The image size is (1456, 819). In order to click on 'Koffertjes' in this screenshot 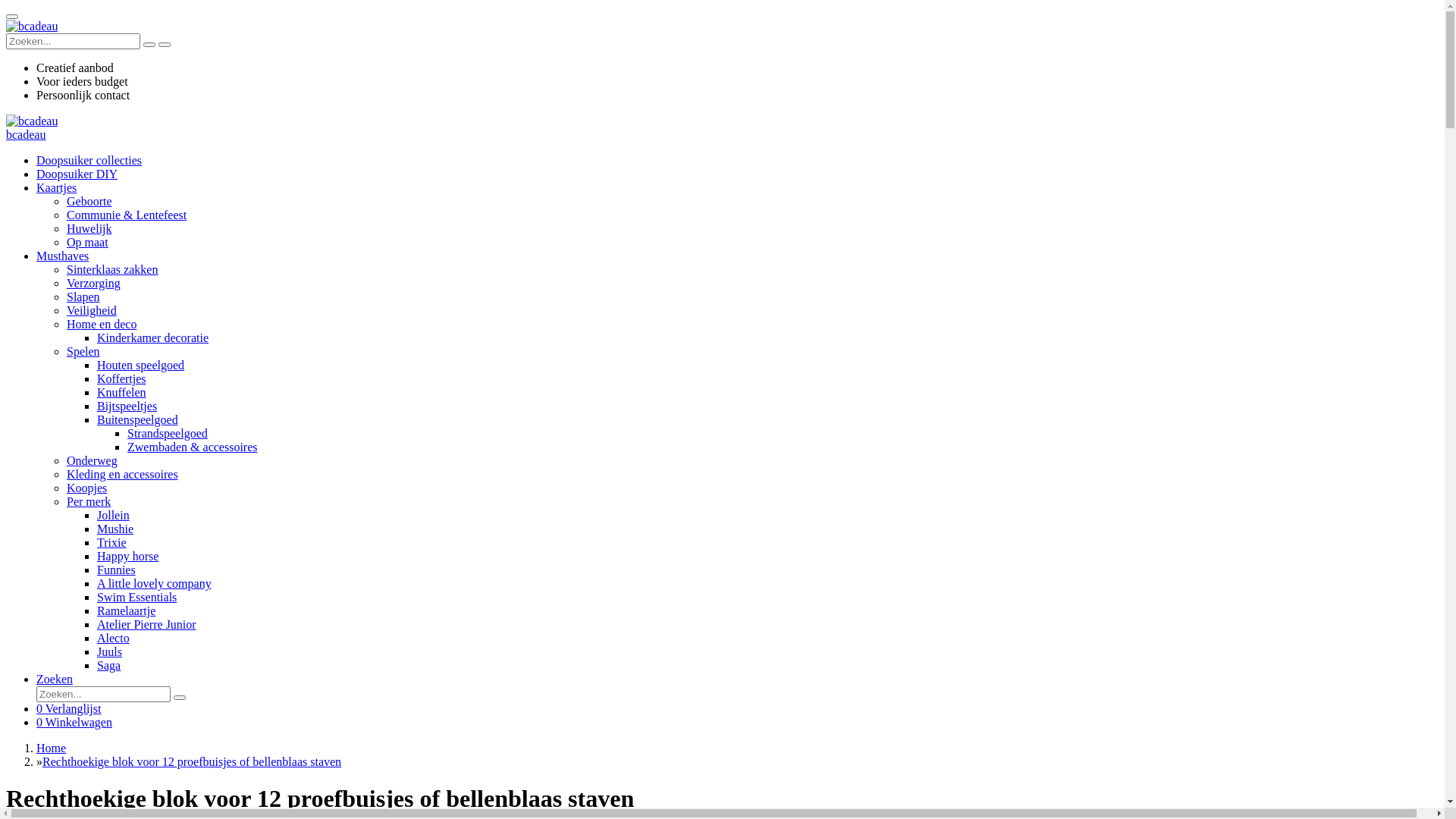, I will do `click(121, 378)`.